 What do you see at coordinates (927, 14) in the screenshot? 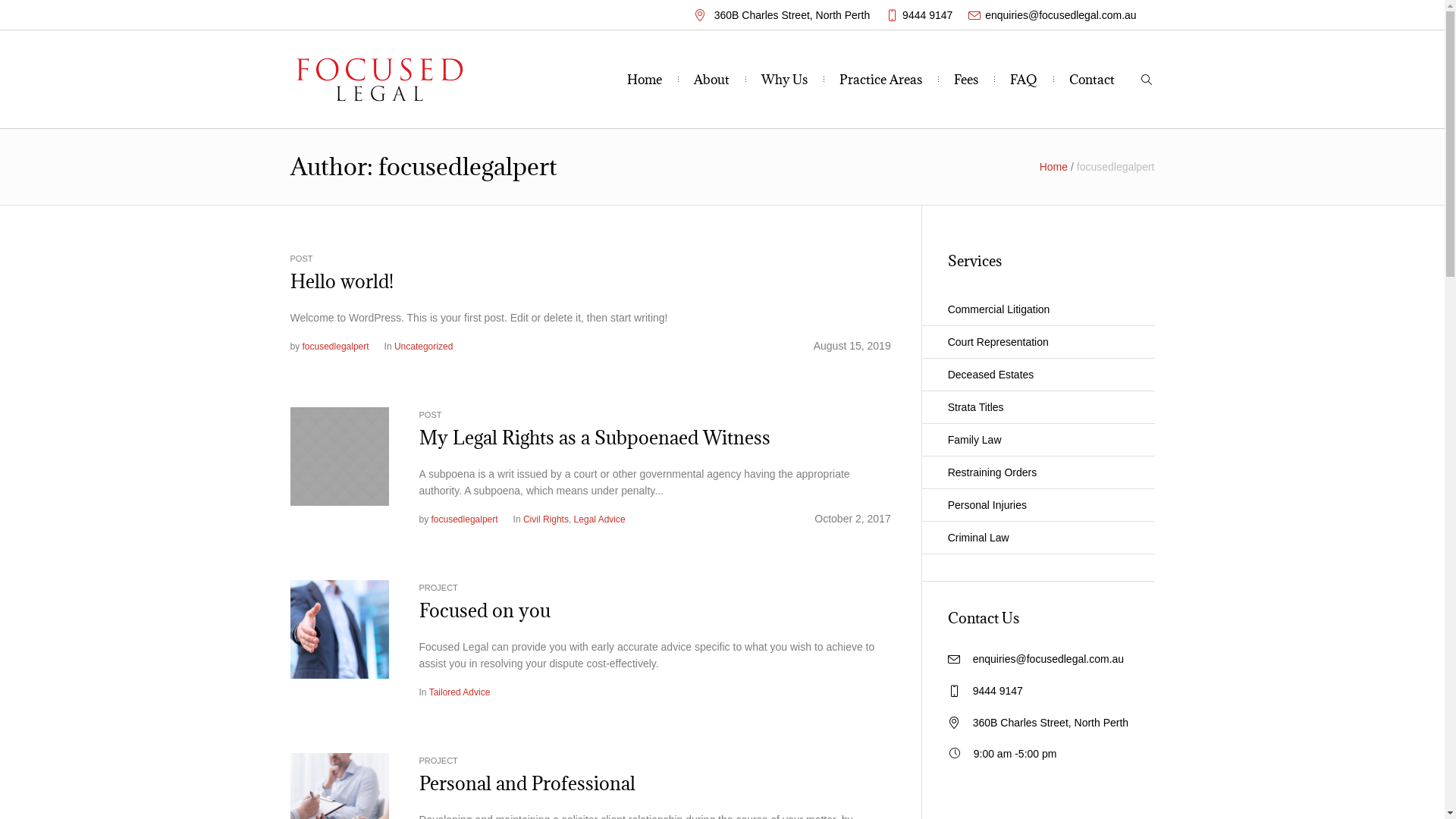
I see `'9444 9147'` at bounding box center [927, 14].